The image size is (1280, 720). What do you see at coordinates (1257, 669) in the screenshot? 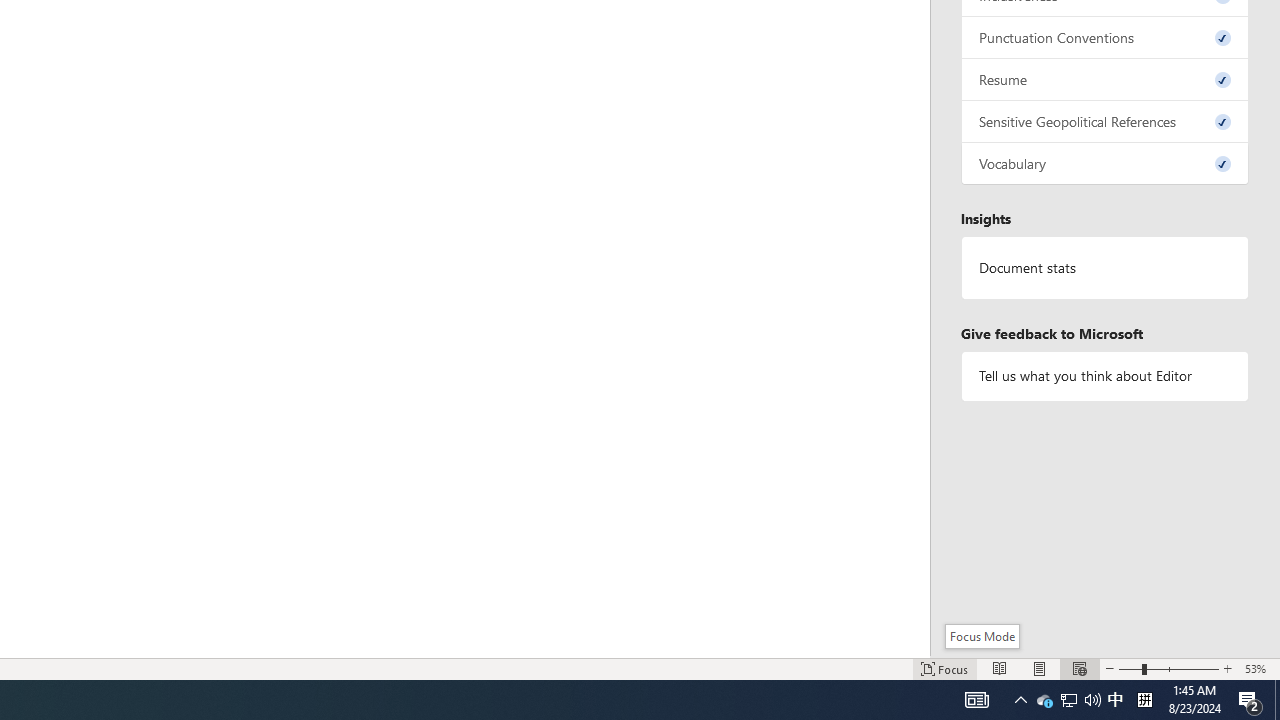
I see `'Zoom 53%'` at bounding box center [1257, 669].